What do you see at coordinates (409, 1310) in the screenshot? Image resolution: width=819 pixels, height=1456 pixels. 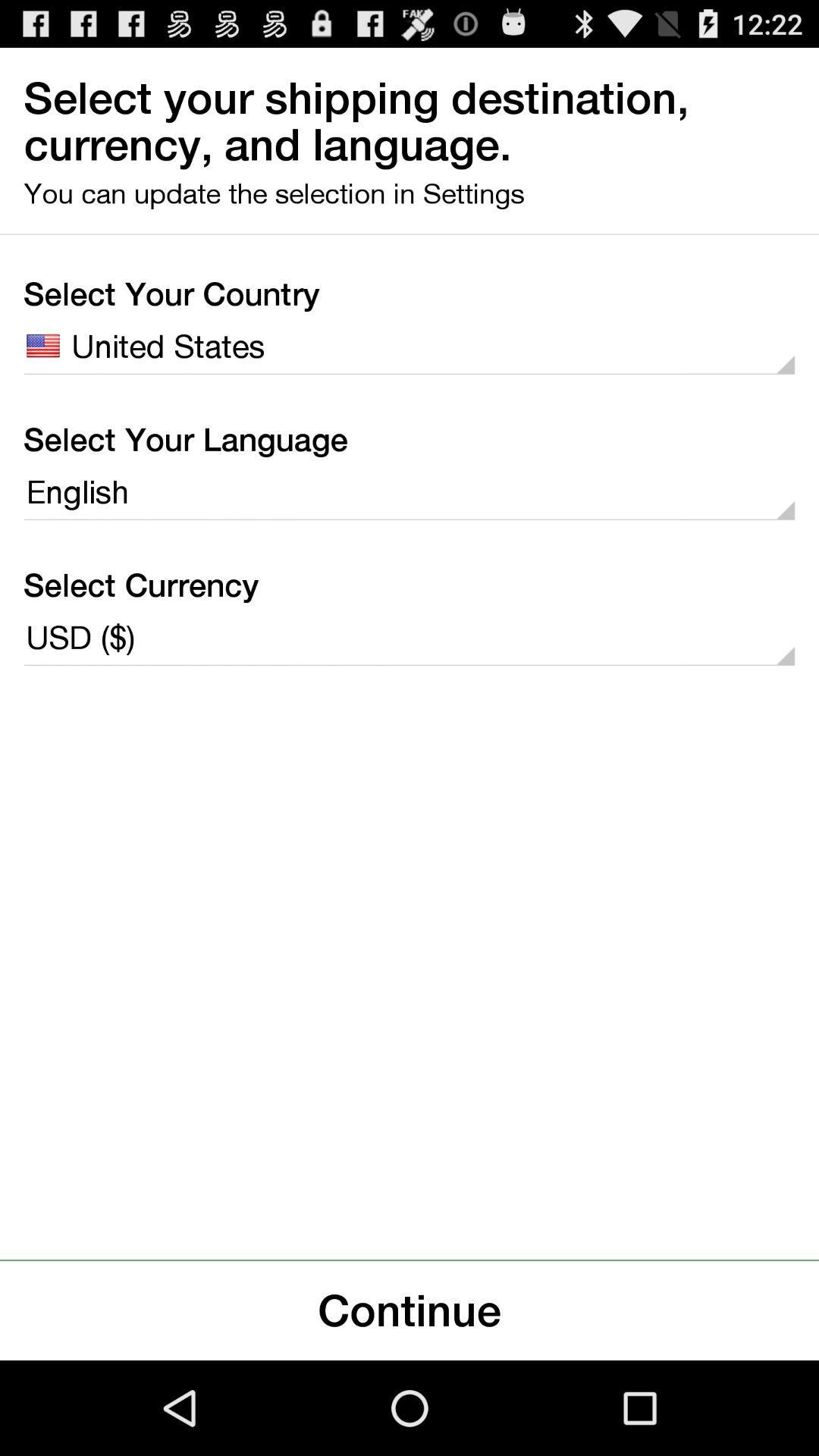 I see `the continue` at bounding box center [409, 1310].